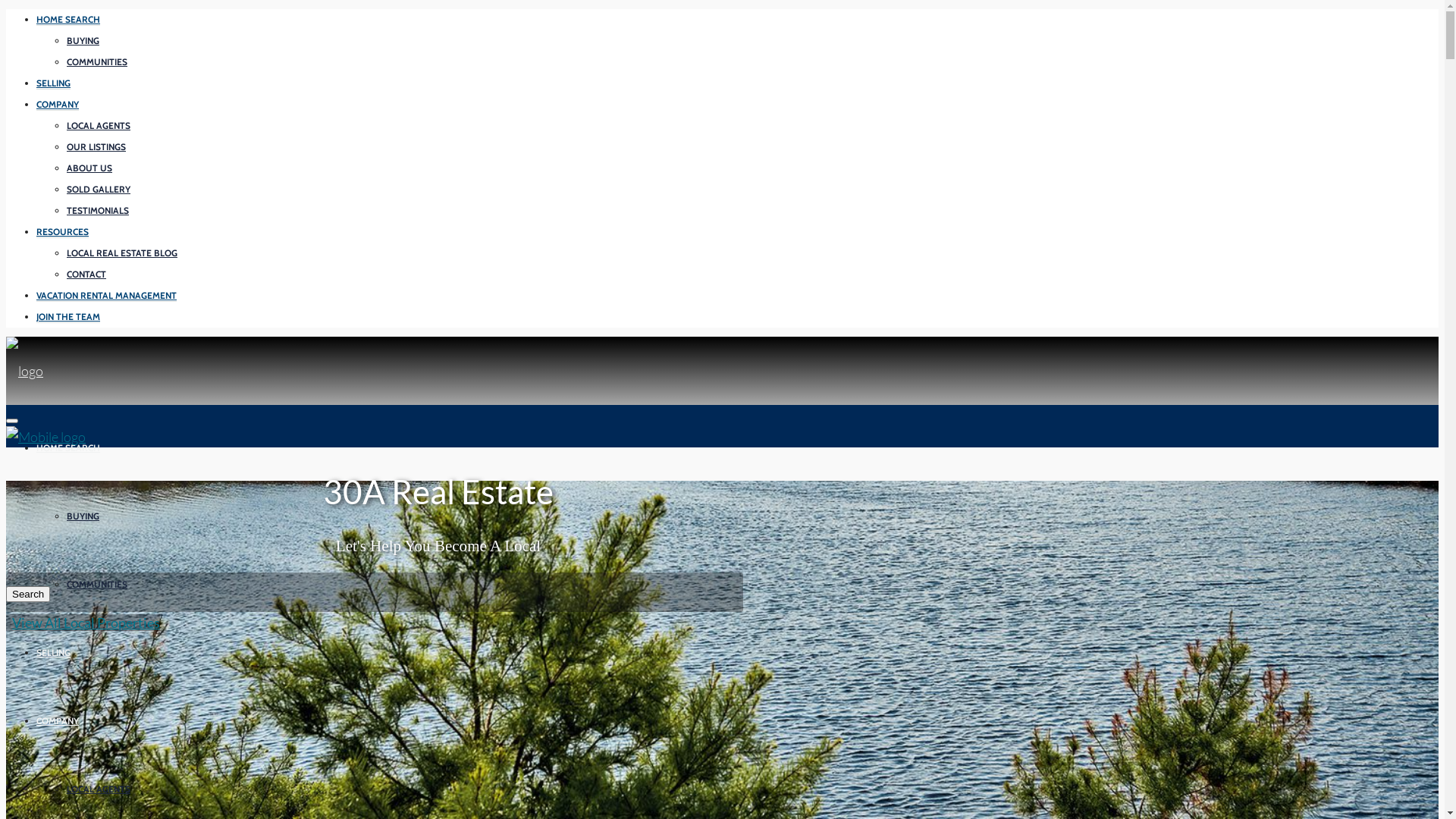  I want to click on 'LOCAL REAL ESTATE BLOG', so click(122, 253).